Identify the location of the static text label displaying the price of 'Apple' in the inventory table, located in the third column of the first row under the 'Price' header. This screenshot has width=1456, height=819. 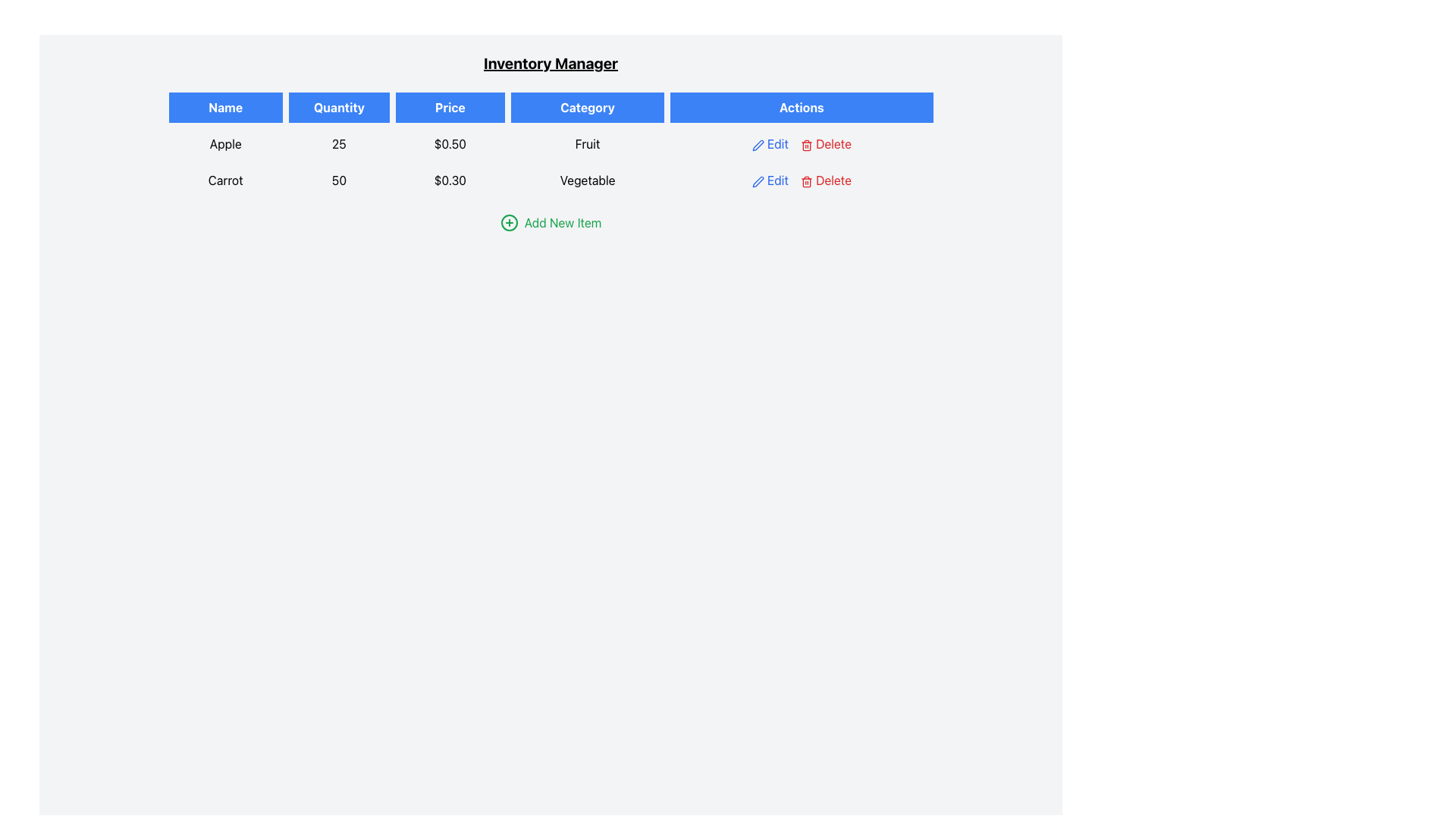
(449, 143).